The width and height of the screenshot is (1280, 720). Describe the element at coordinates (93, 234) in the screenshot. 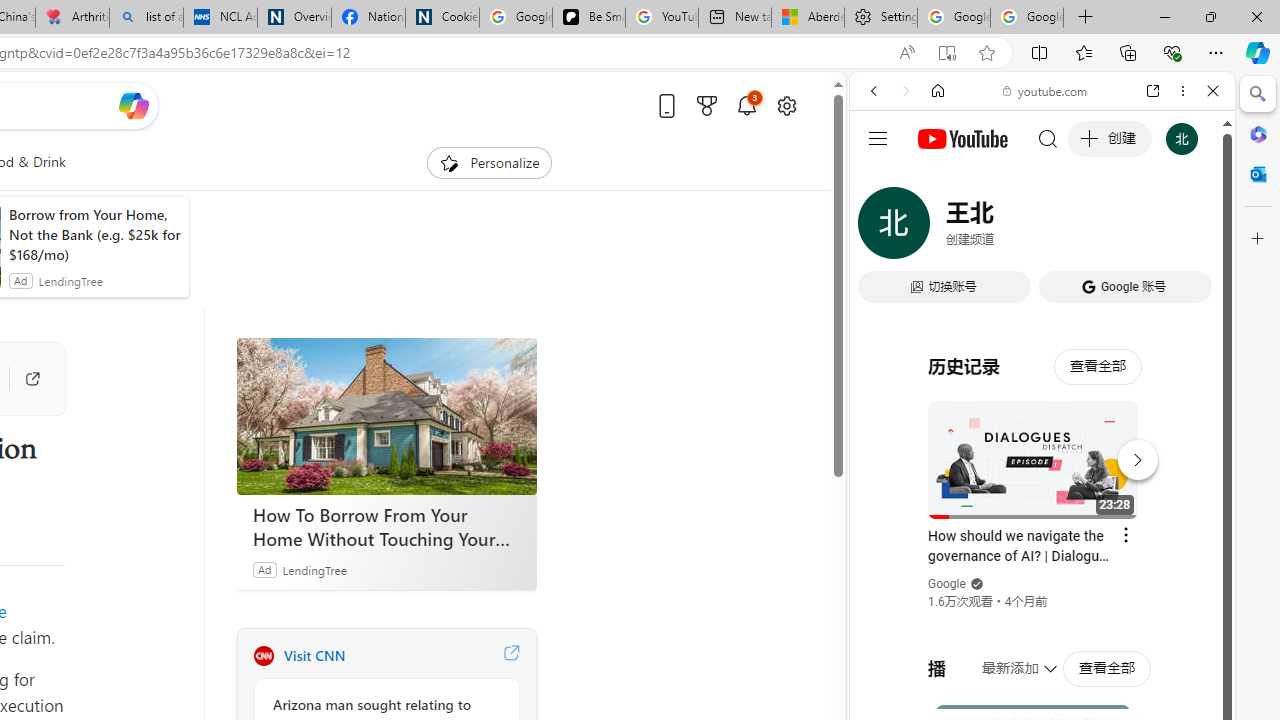

I see `'Borrow from Your Home, Not the Bank (e.g. $25k for $168/mo)'` at that location.